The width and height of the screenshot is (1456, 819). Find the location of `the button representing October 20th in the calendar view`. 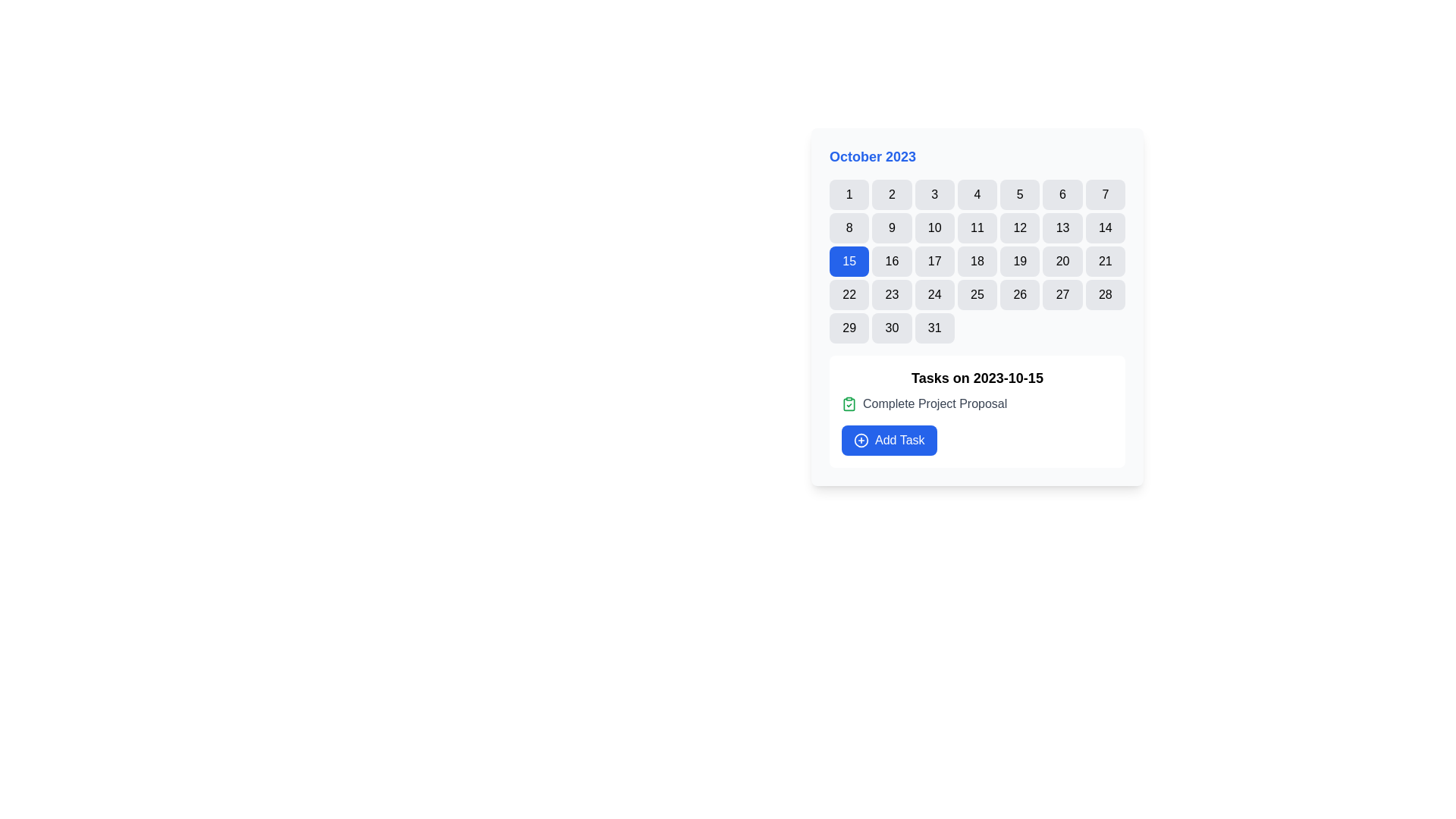

the button representing October 20th in the calendar view is located at coordinates (1062, 260).